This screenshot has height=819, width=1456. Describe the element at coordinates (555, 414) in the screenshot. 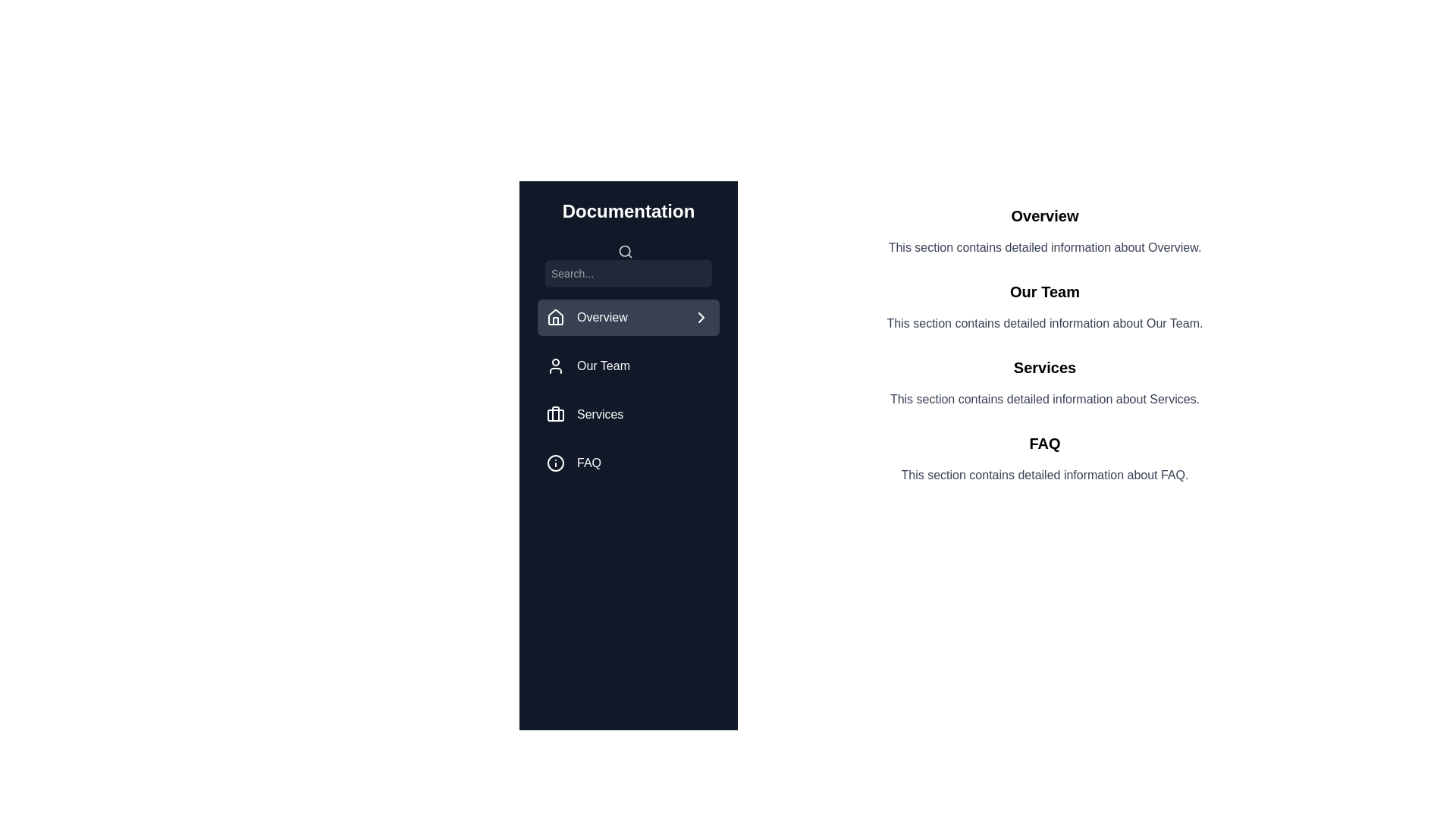

I see `the vertical narrow rectangle that is part of the briefcase icon in the 'Services' menu option located in the sidebar navigation` at that location.